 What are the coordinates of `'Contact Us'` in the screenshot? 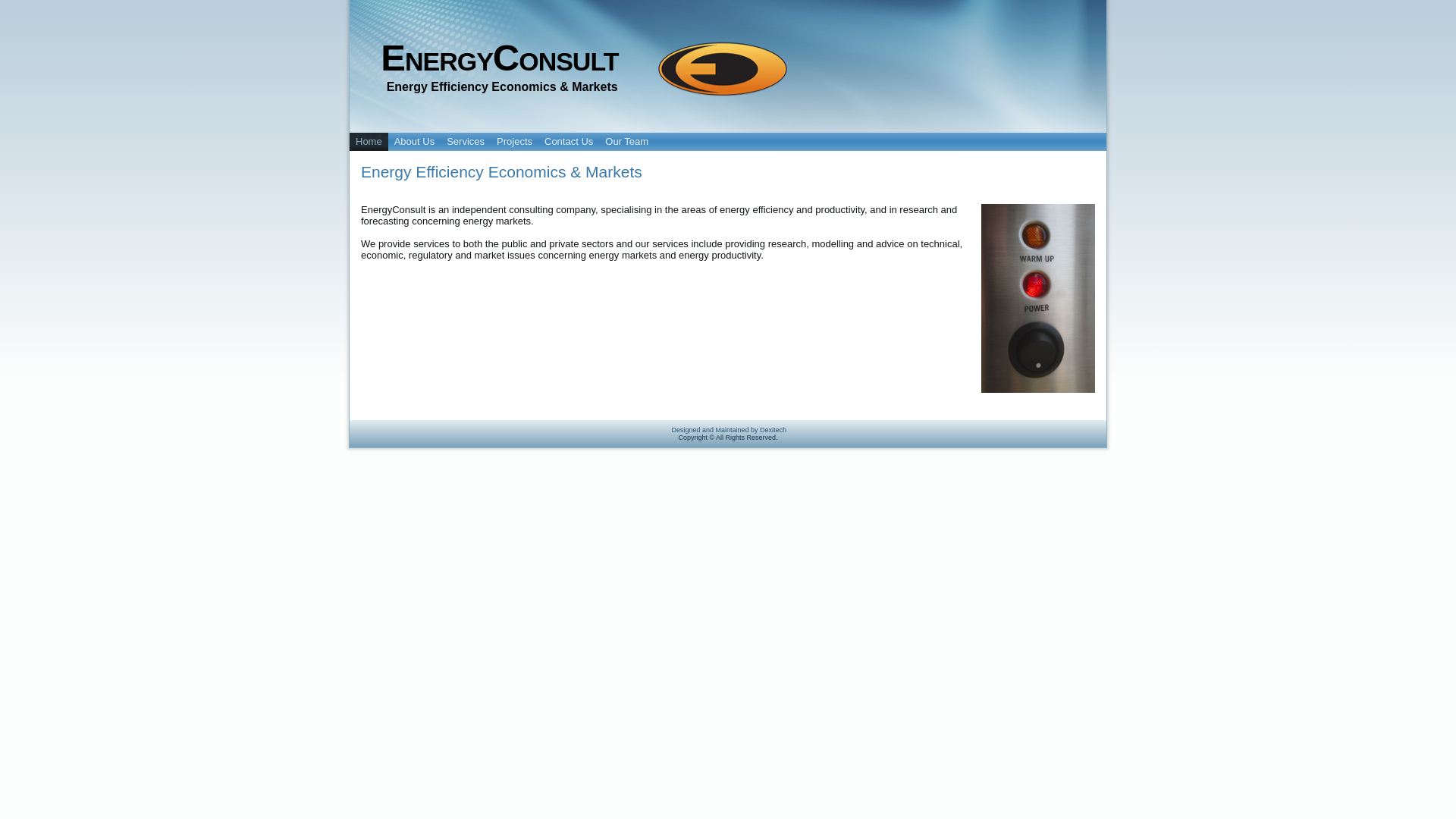 It's located at (567, 141).